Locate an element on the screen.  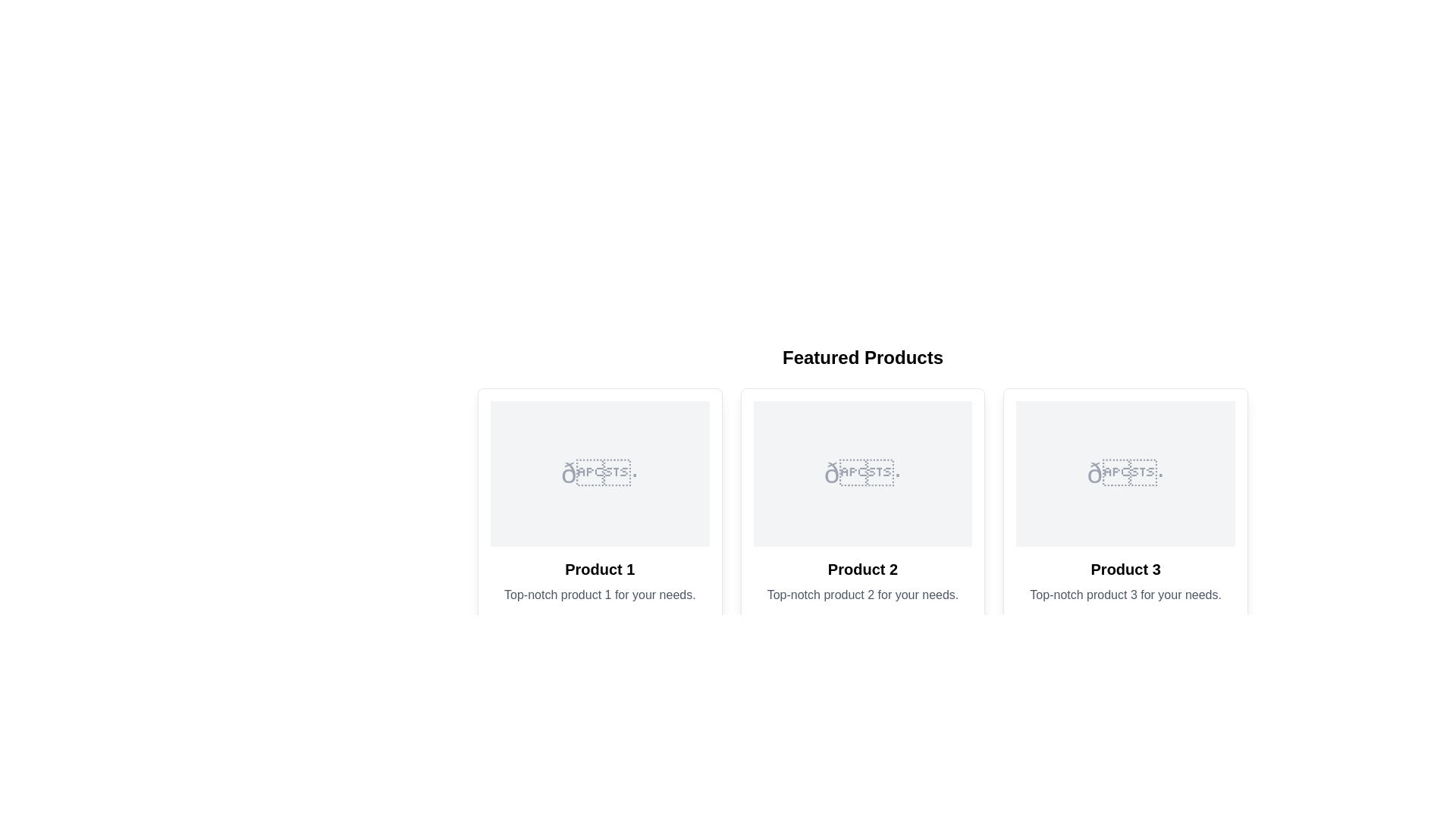
the text description element located under the 'Product 2' heading in the second column of the three-column layout is located at coordinates (862, 595).